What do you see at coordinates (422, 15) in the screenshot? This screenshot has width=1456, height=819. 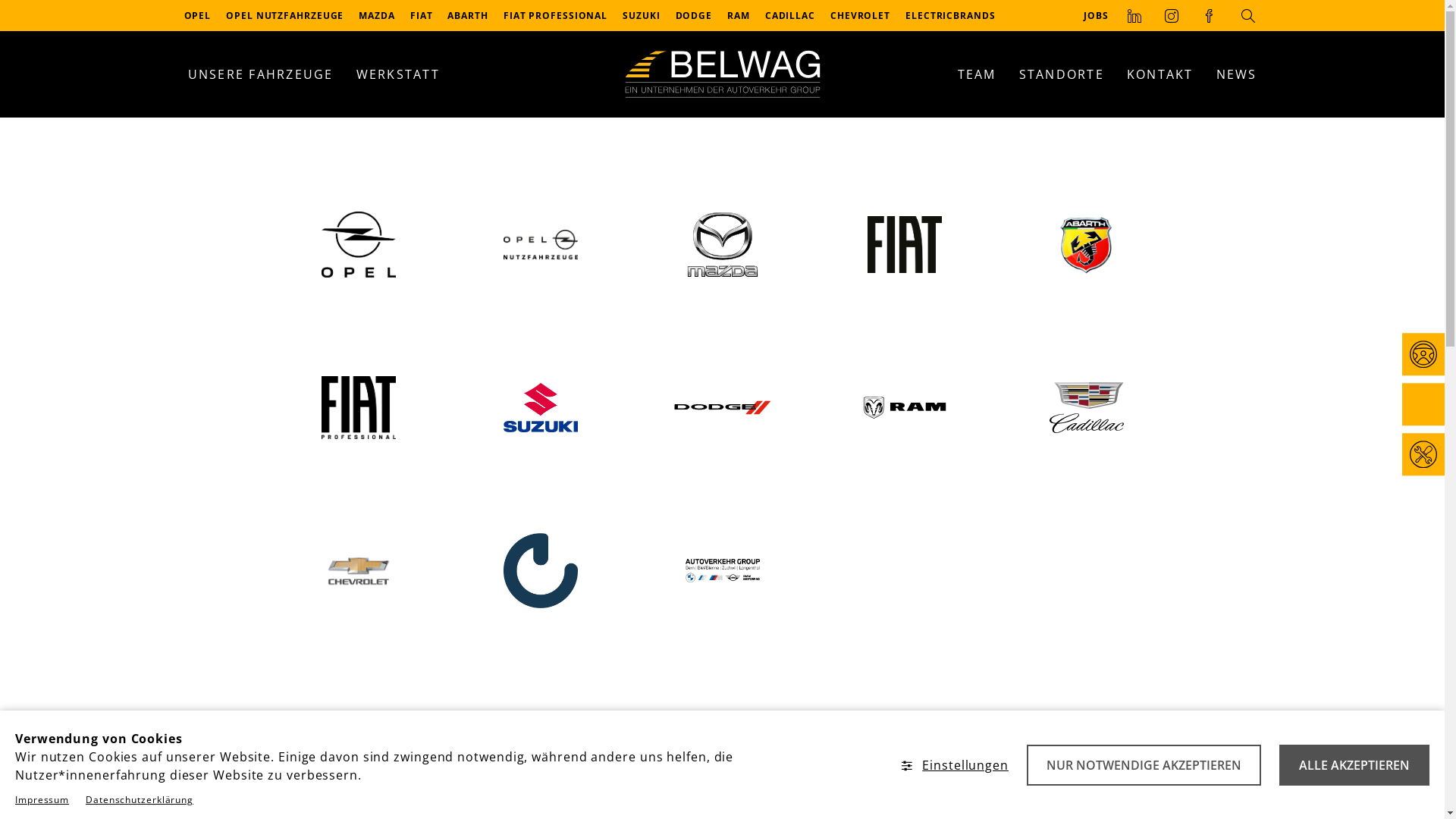 I see `'FIAT'` at bounding box center [422, 15].